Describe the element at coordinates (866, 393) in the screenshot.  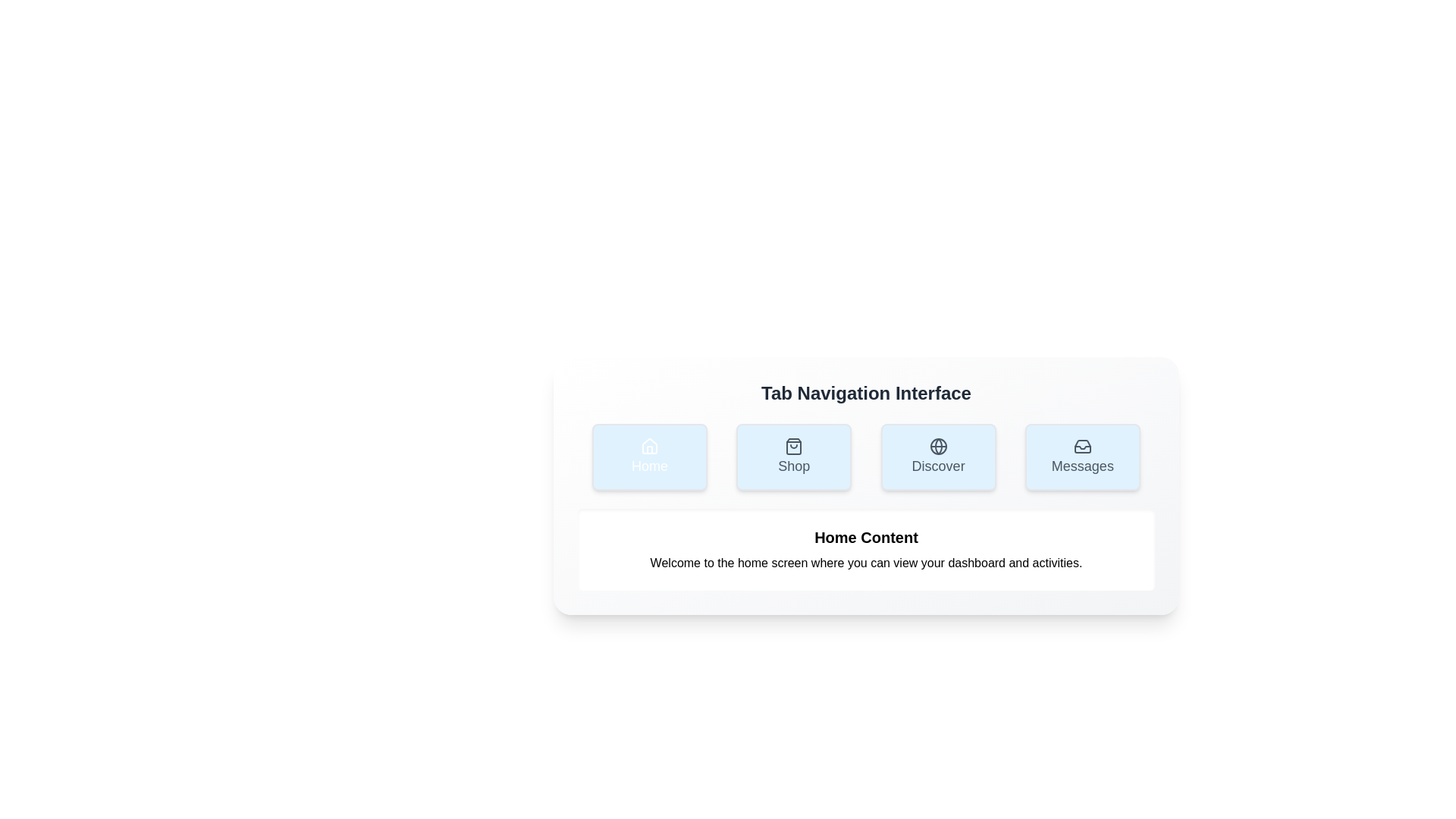
I see `the text header component titled 'Tab Navigation Interface', which is prominently displayed at the top center of the card, above the navigation bar` at that location.